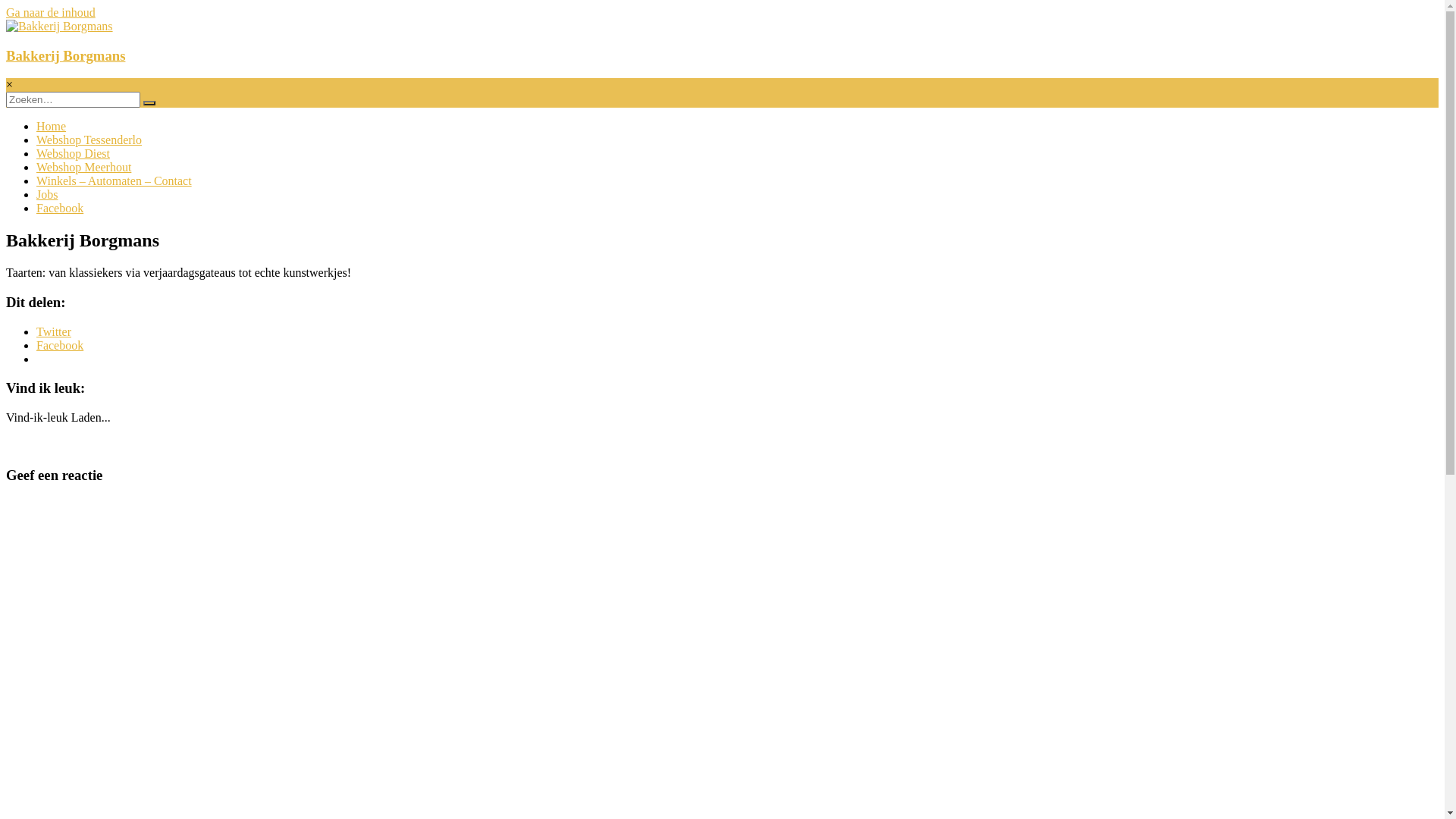  What do you see at coordinates (149, 102) in the screenshot?
I see `'Zoeken'` at bounding box center [149, 102].